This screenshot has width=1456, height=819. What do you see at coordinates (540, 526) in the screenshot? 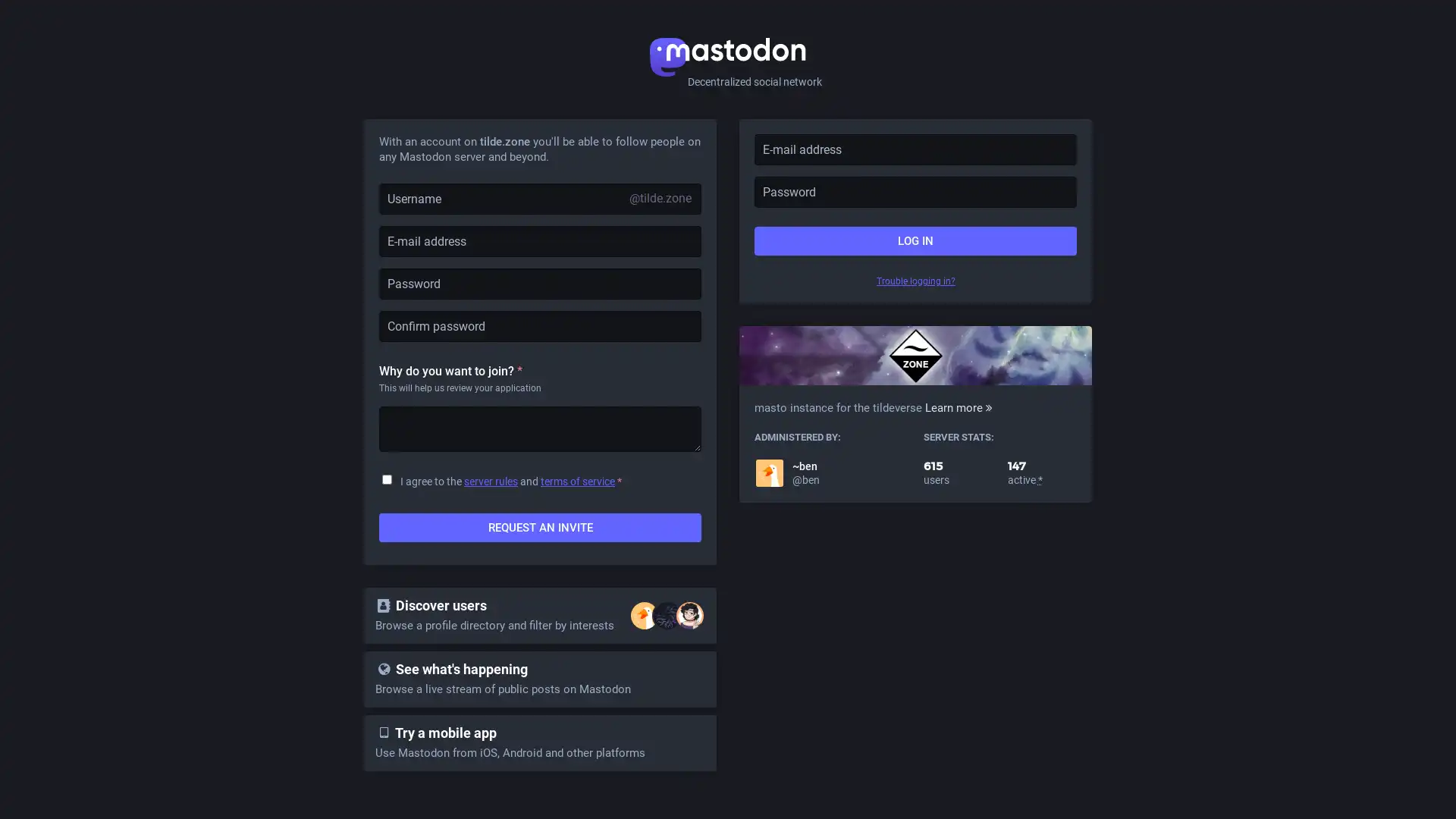
I see `REQUEST AN INVITE` at bounding box center [540, 526].